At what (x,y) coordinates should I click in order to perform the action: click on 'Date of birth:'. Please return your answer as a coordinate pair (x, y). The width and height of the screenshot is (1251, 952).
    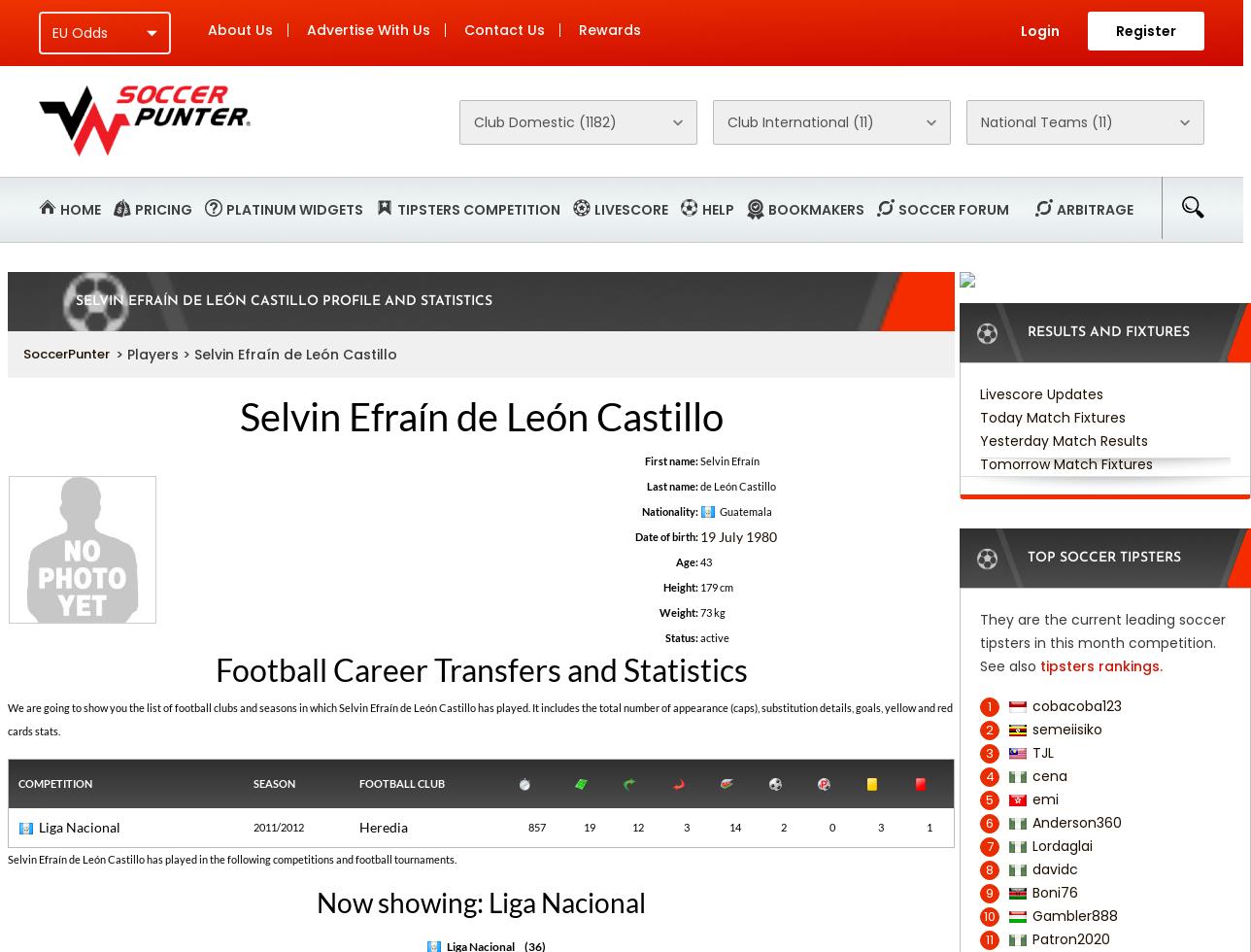
    Looking at the image, I should click on (665, 536).